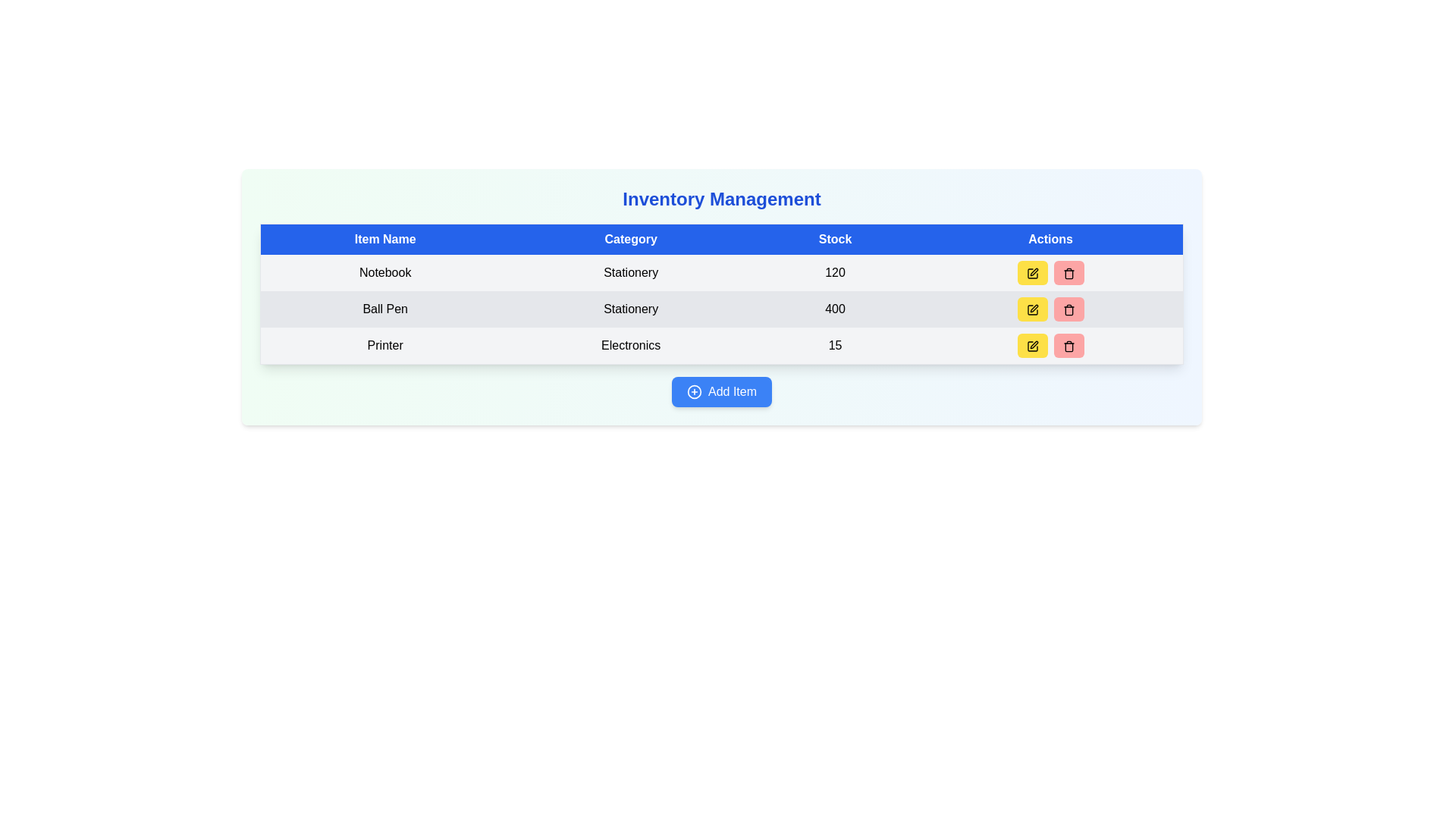  I want to click on the yellow edit button with a pen icon located in the 'Actions' column of the first row in the table, corresponding to the 'Notebook' item, so click(1031, 273).